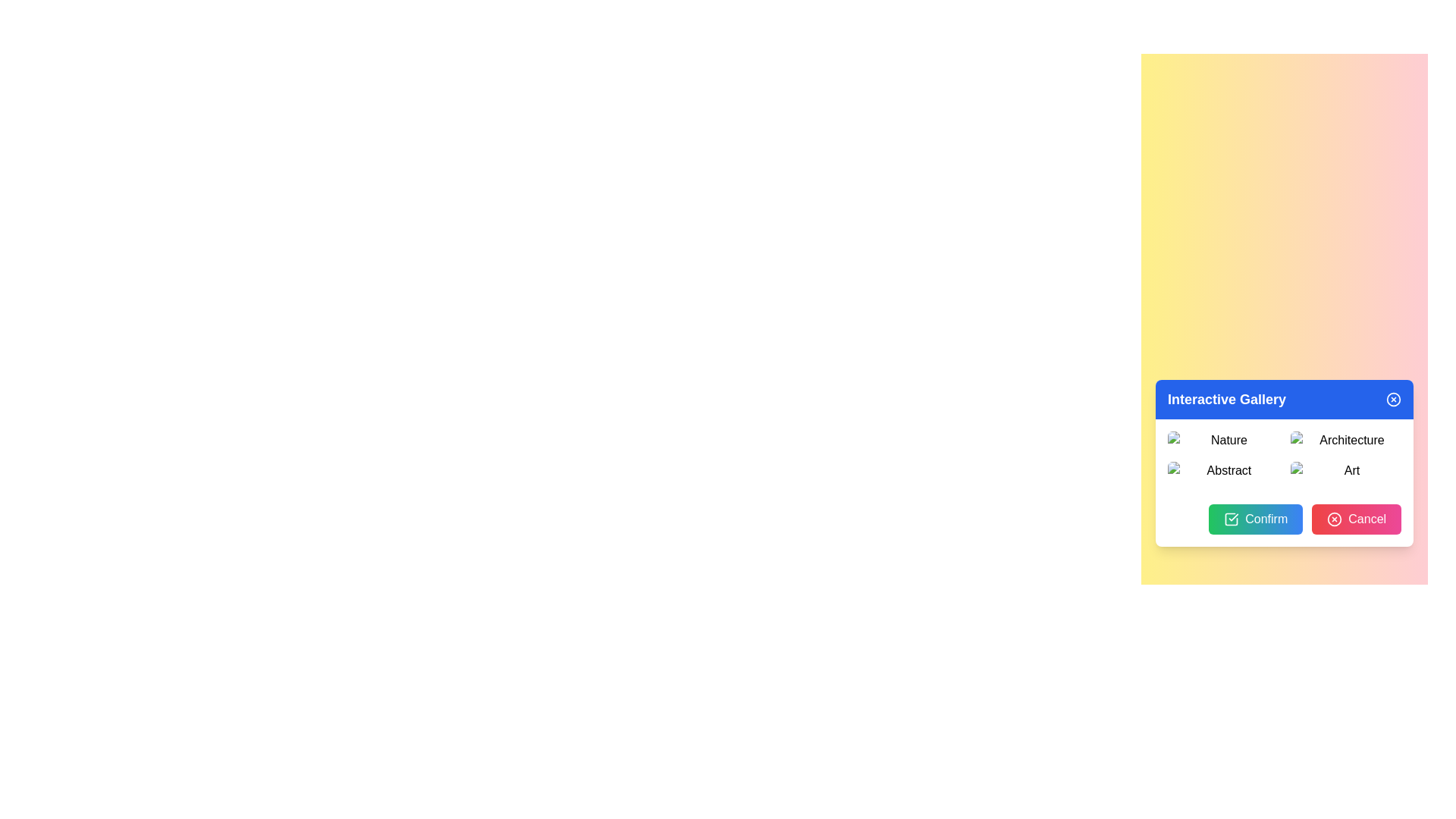 The image size is (1456, 819). I want to click on the close button located in the top-right corner of the 'Interactive Gallery' header, so click(1394, 399).